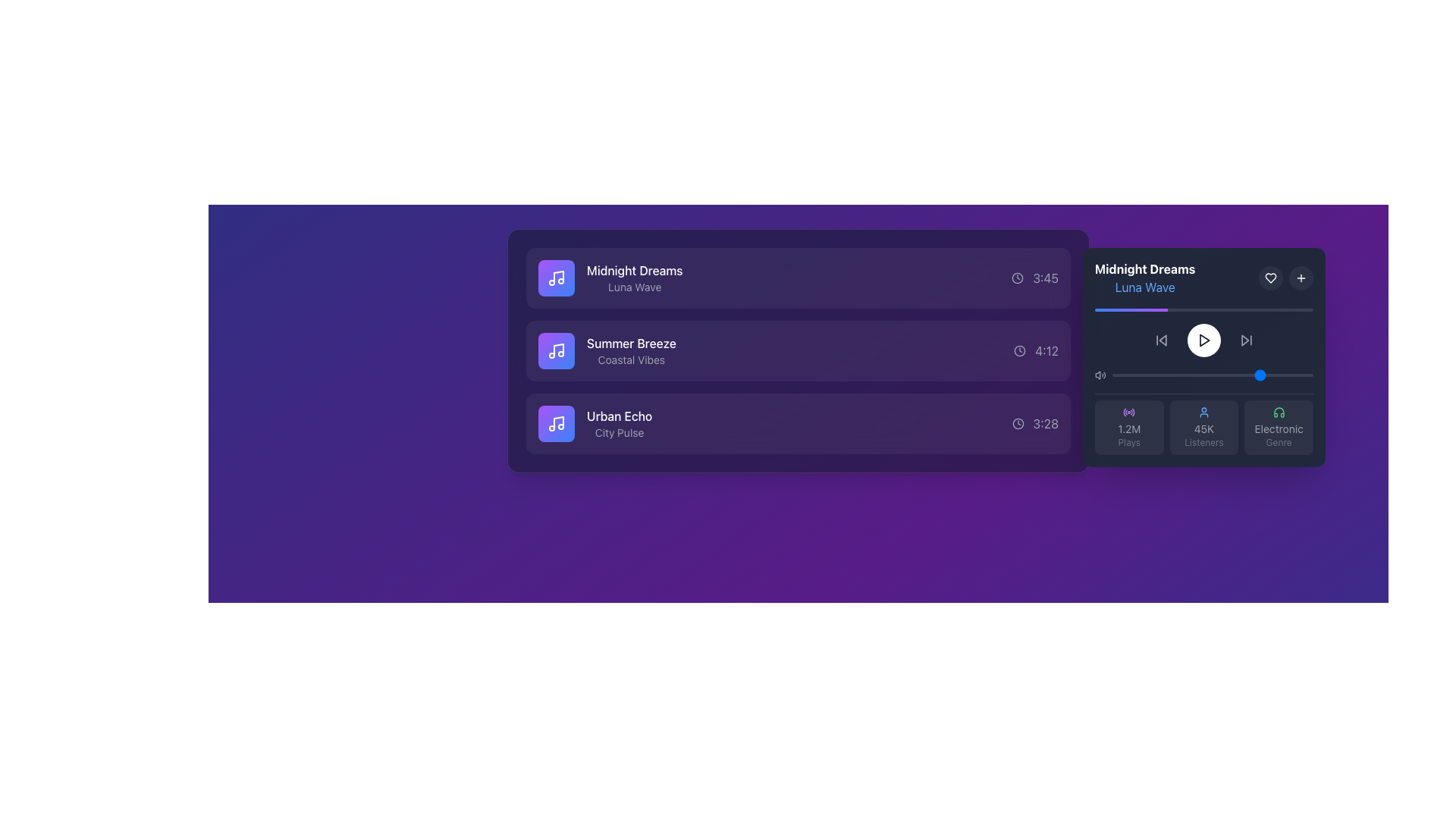  I want to click on the decorative button or item indicator with an icon located at the beginning of the list item for 'Midnight Dreams' and 'Luna Wave', so click(556, 278).